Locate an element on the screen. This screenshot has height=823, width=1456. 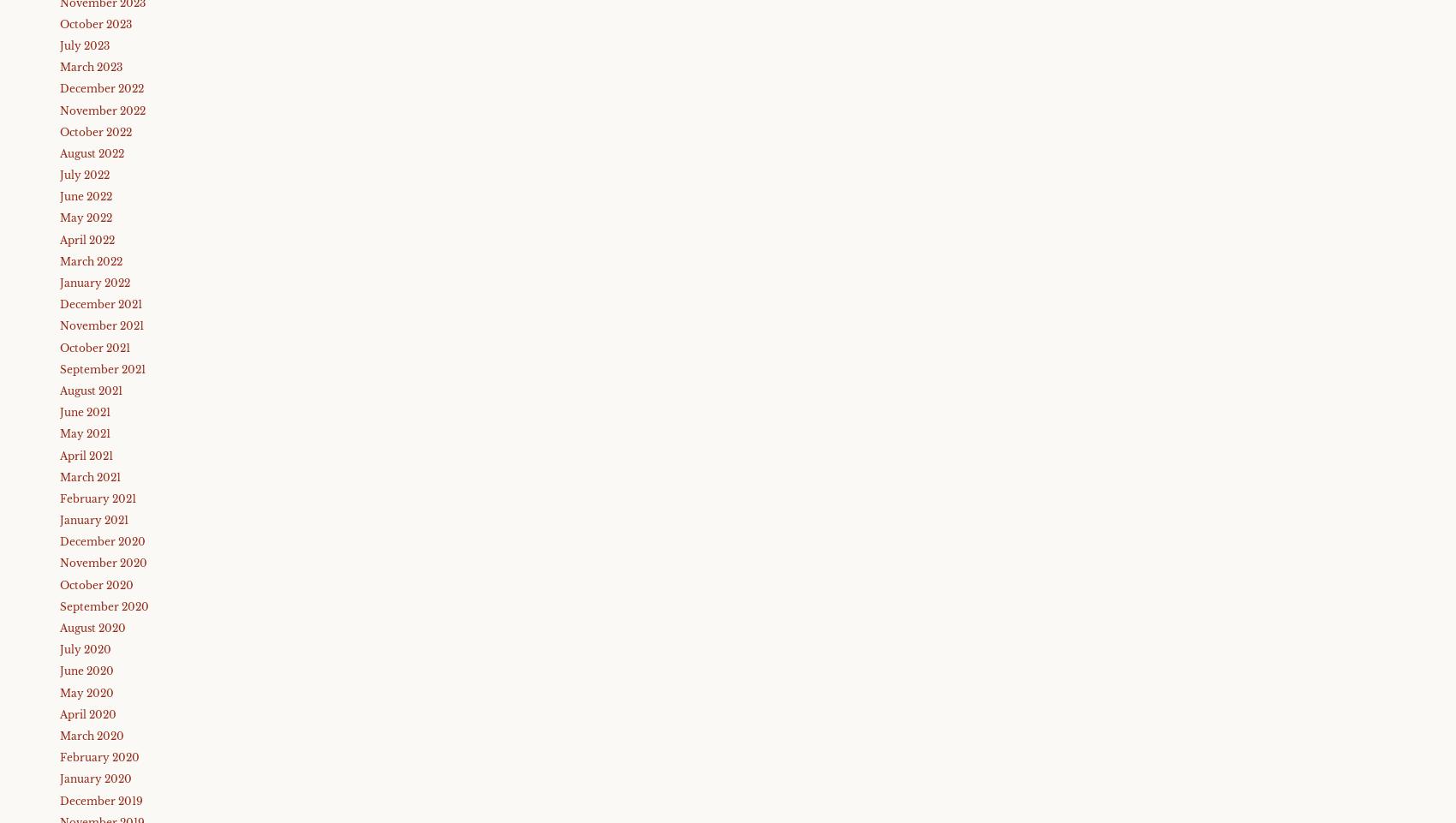
'November 2022' is located at coordinates (102, 109).